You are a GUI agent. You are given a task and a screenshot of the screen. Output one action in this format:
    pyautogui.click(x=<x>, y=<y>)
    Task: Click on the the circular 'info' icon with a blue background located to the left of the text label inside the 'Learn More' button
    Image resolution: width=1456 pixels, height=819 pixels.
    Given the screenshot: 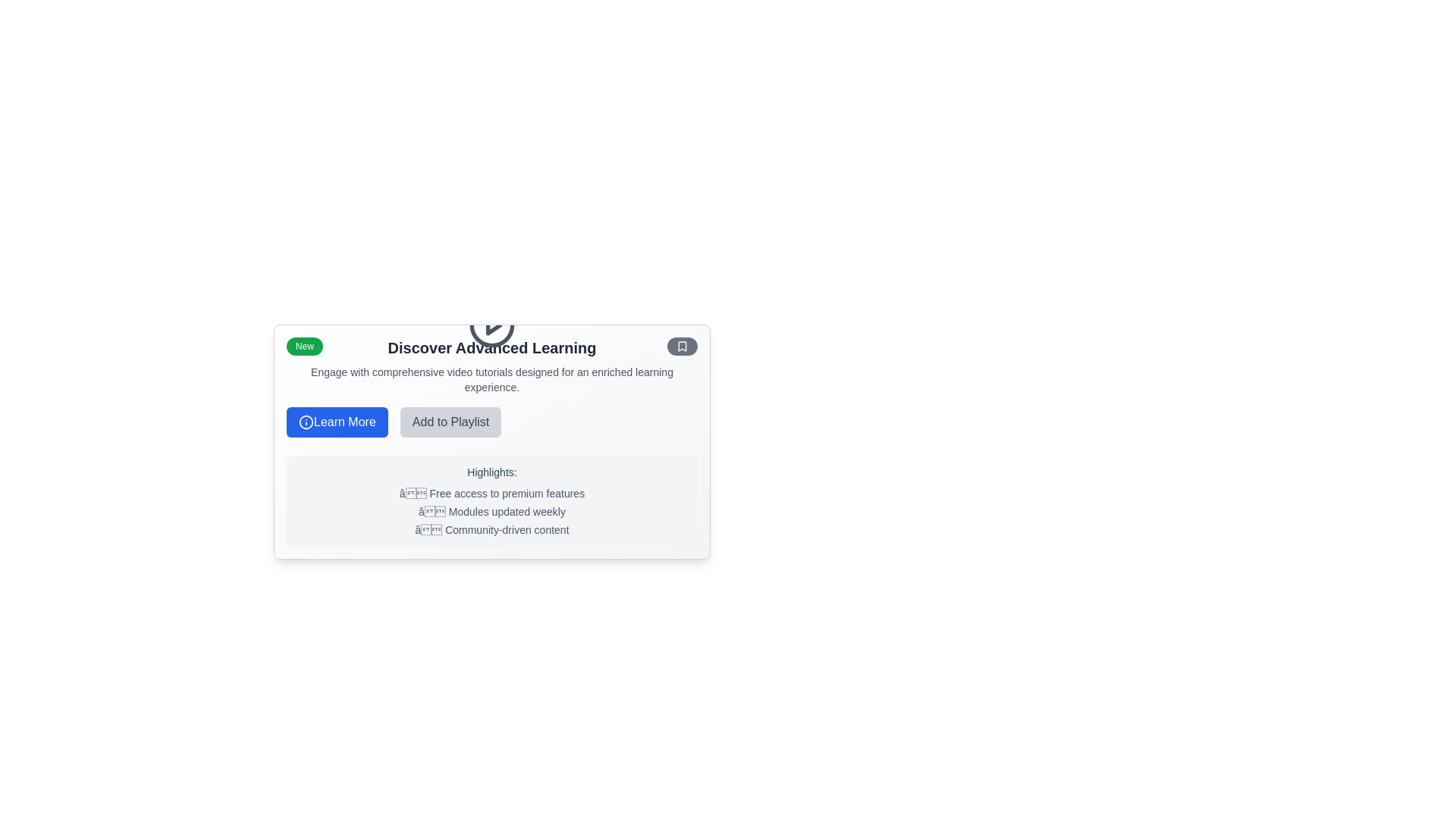 What is the action you would take?
    pyautogui.click(x=305, y=422)
    